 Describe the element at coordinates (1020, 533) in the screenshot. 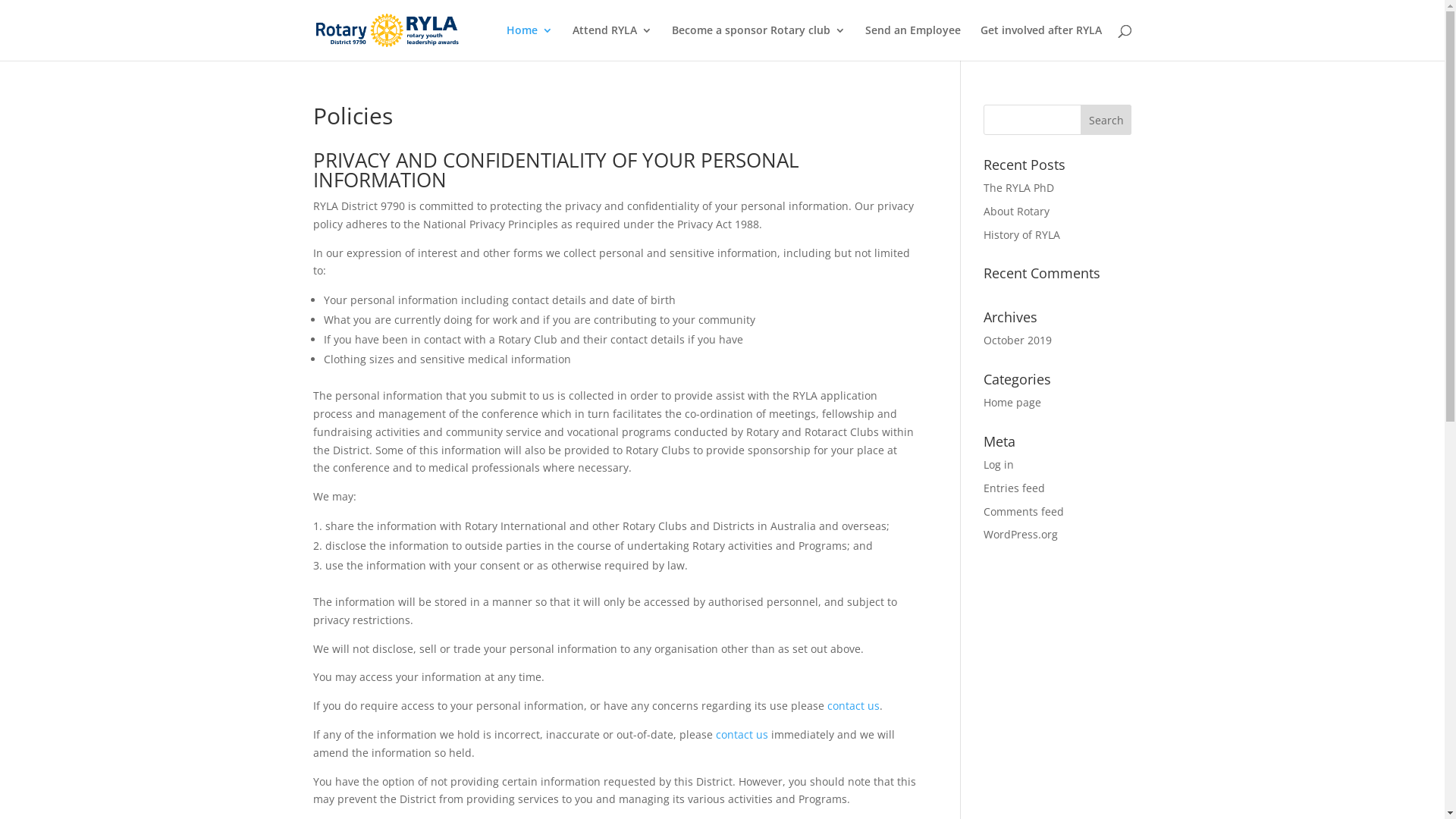

I see `'WordPress.org'` at that location.